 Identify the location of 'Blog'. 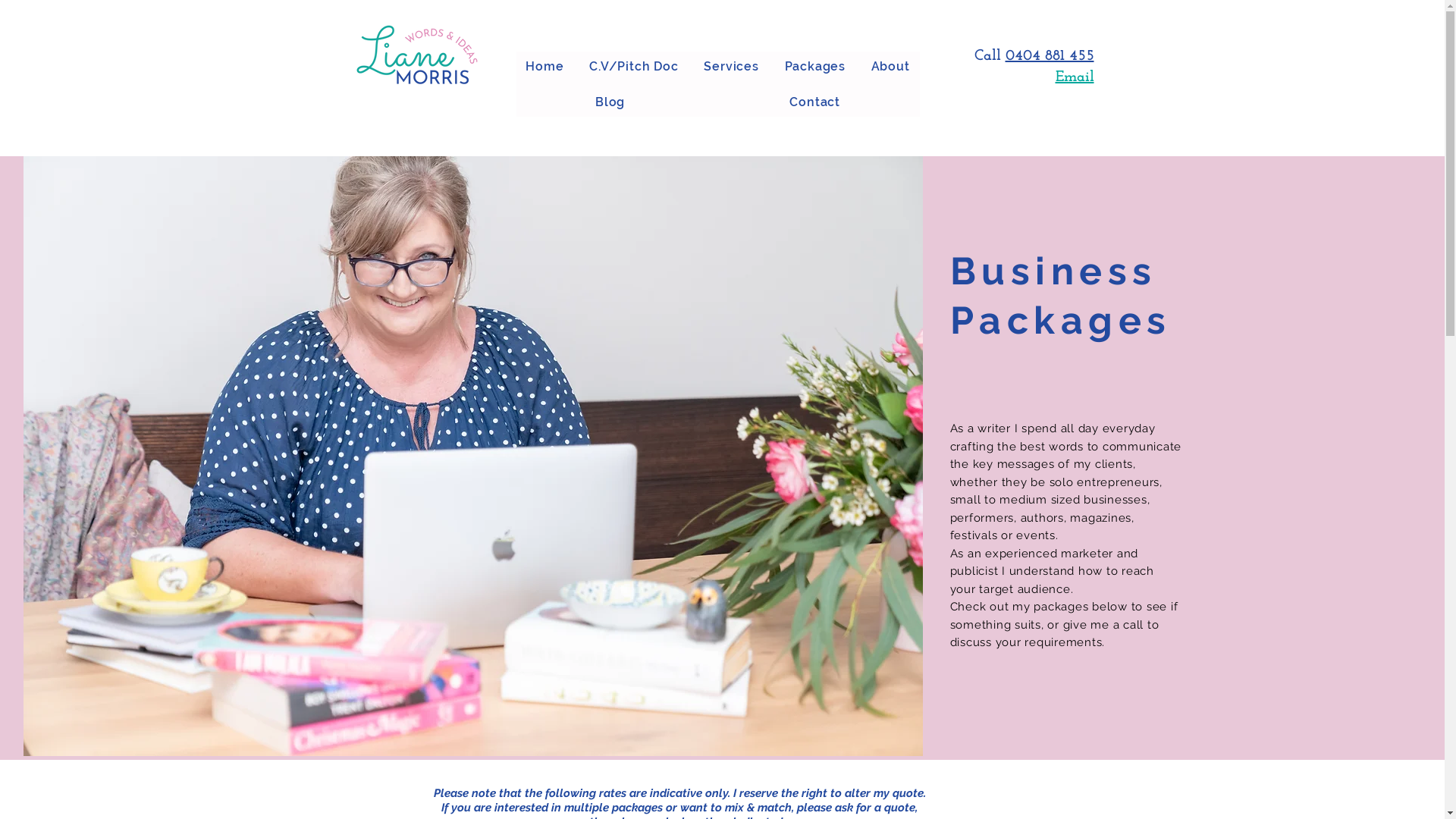
(610, 102).